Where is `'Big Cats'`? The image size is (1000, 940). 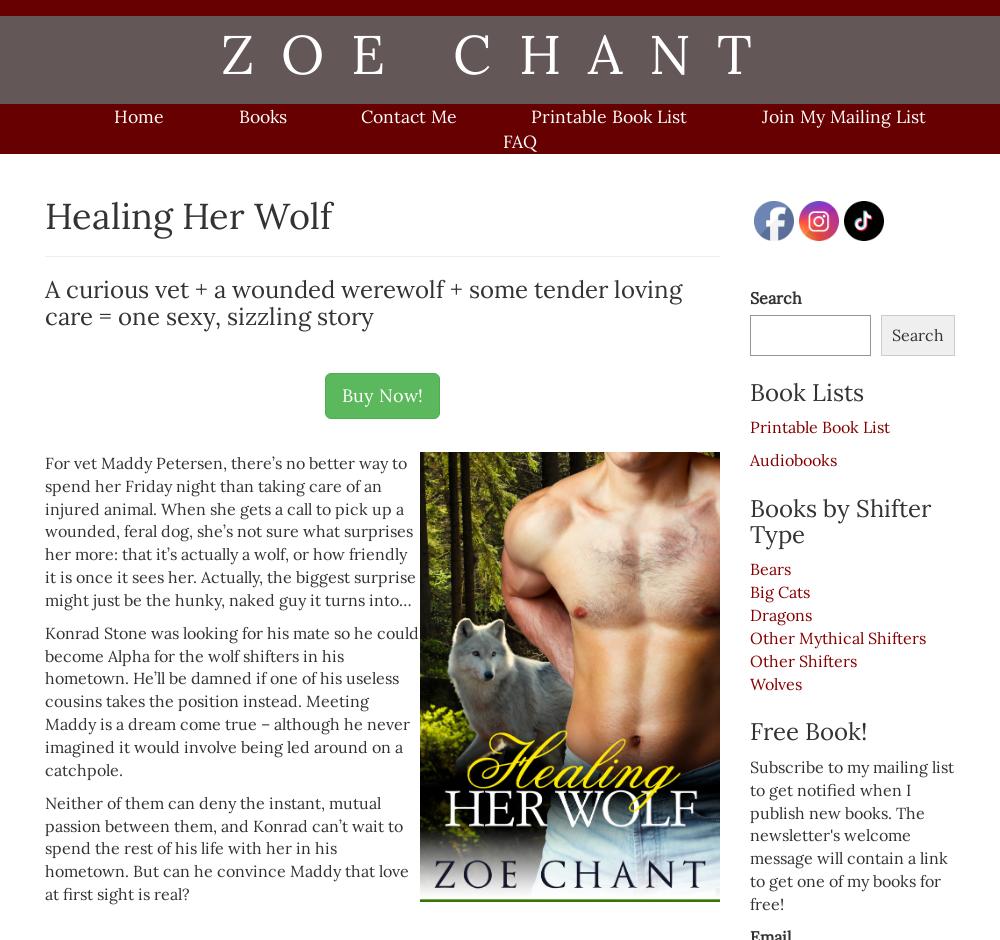
'Big Cats' is located at coordinates (780, 591).